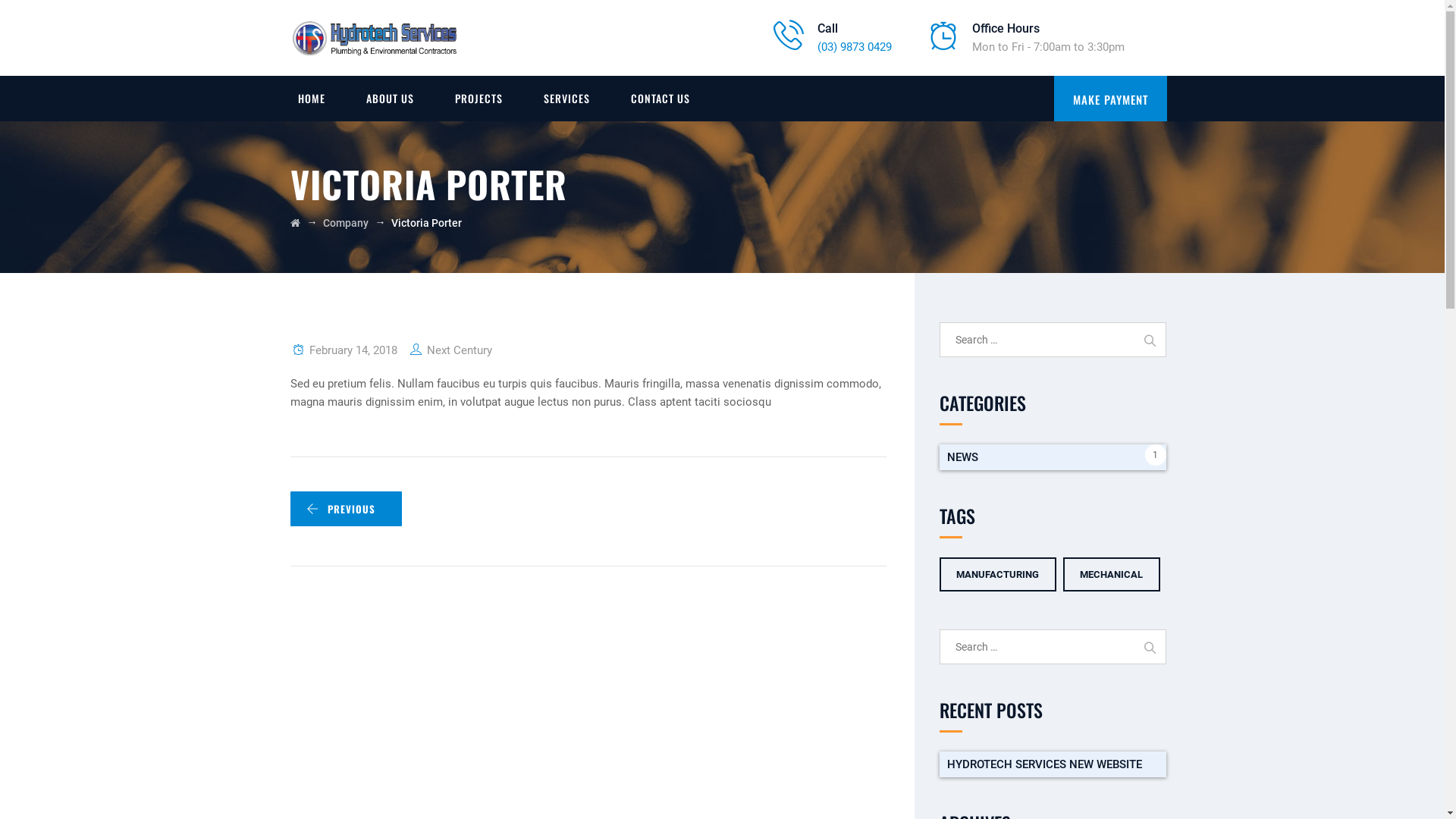  Describe the element at coordinates (390, 99) in the screenshot. I see `'ABOUT US'` at that location.